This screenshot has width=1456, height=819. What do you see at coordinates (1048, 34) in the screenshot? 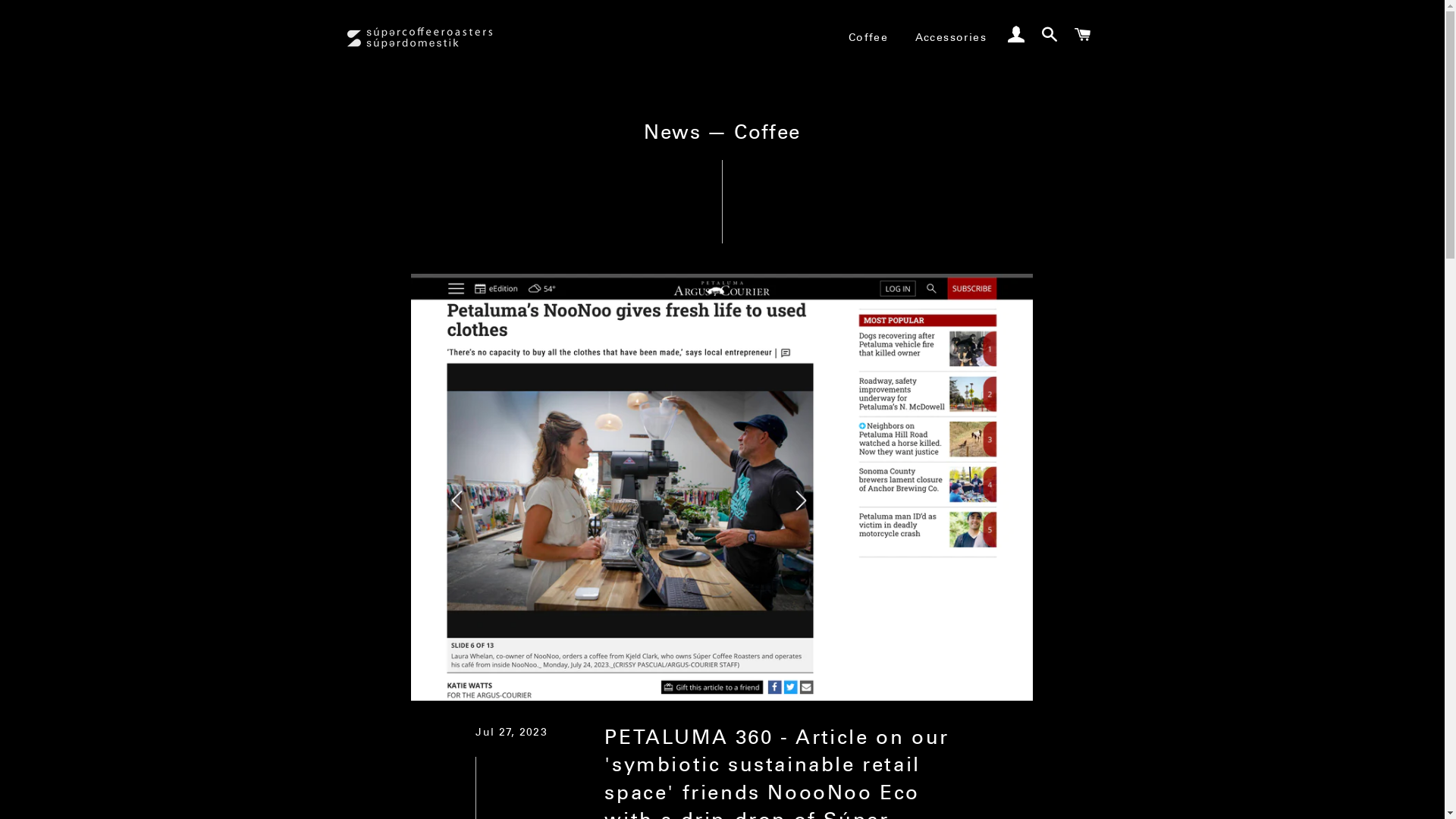
I see `'Search'` at bounding box center [1048, 34].